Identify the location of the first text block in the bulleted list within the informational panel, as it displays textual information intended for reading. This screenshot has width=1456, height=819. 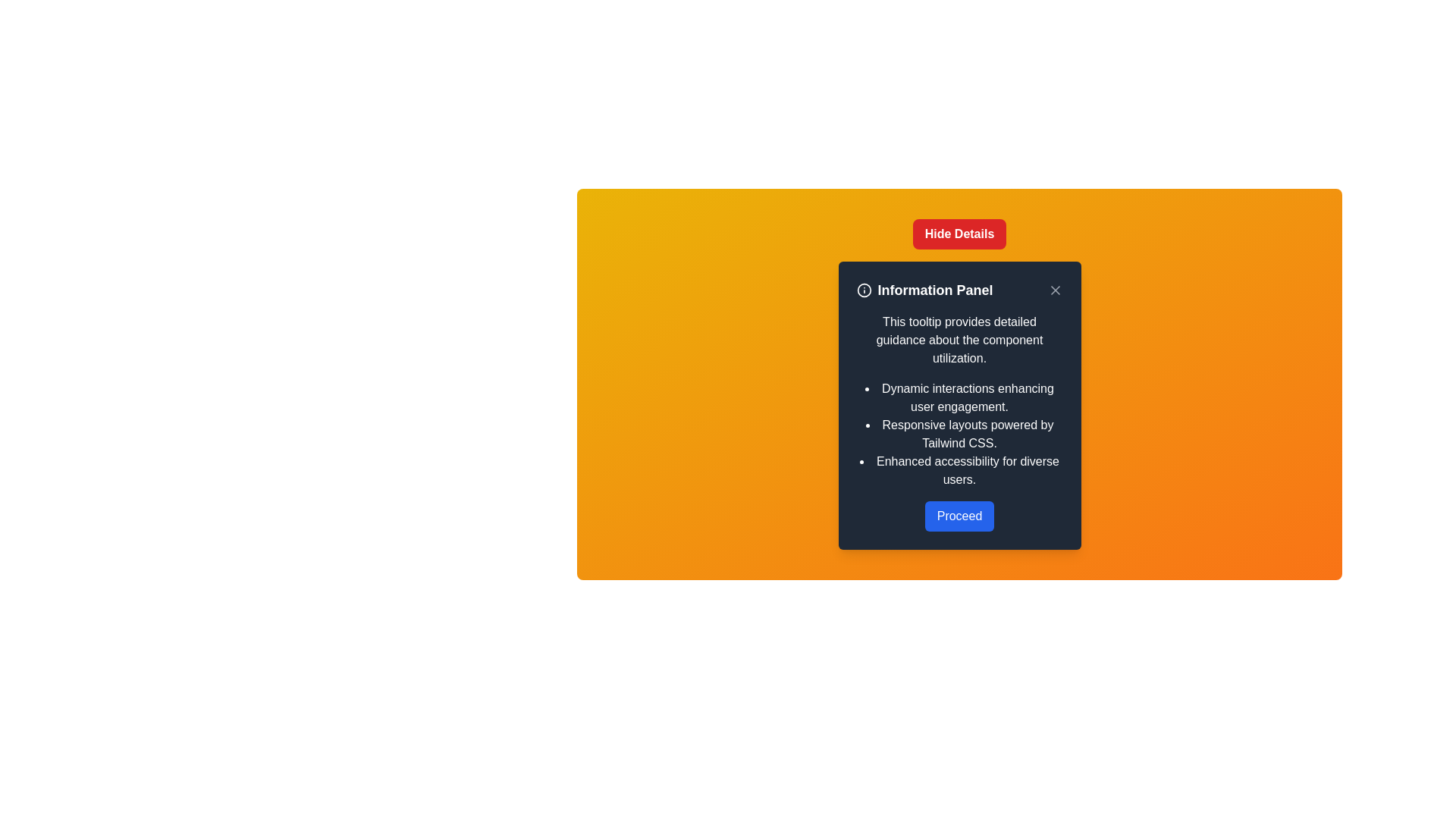
(959, 397).